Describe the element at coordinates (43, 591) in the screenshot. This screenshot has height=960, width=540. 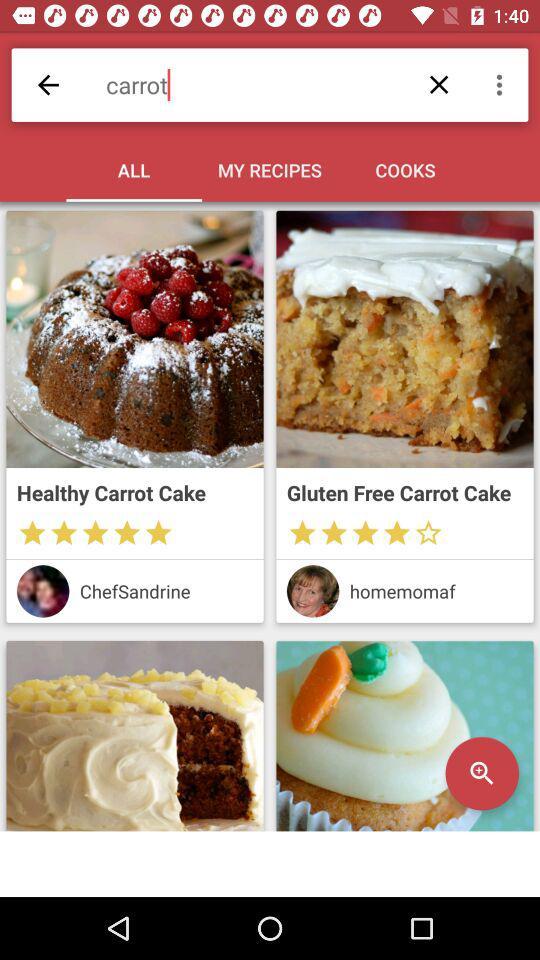
I see `see profile` at that location.